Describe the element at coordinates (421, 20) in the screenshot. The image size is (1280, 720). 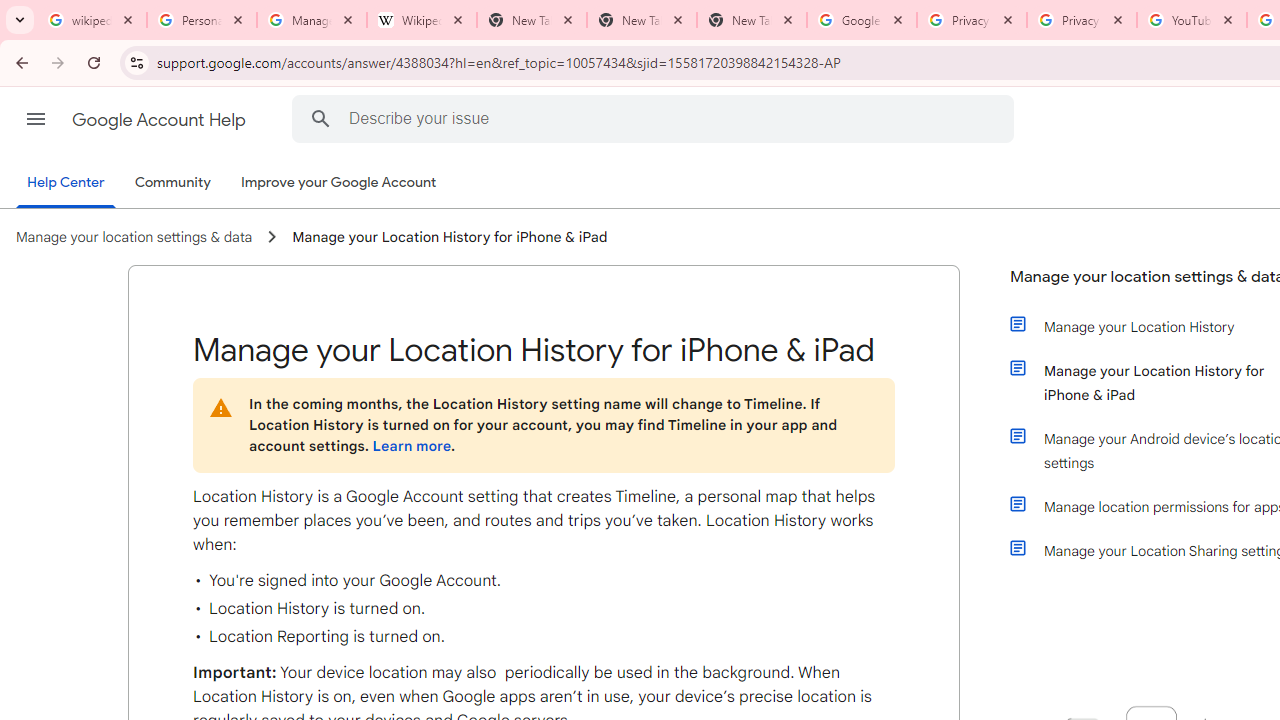
I see `'Wikipedia:Edit requests - Wikipedia'` at that location.